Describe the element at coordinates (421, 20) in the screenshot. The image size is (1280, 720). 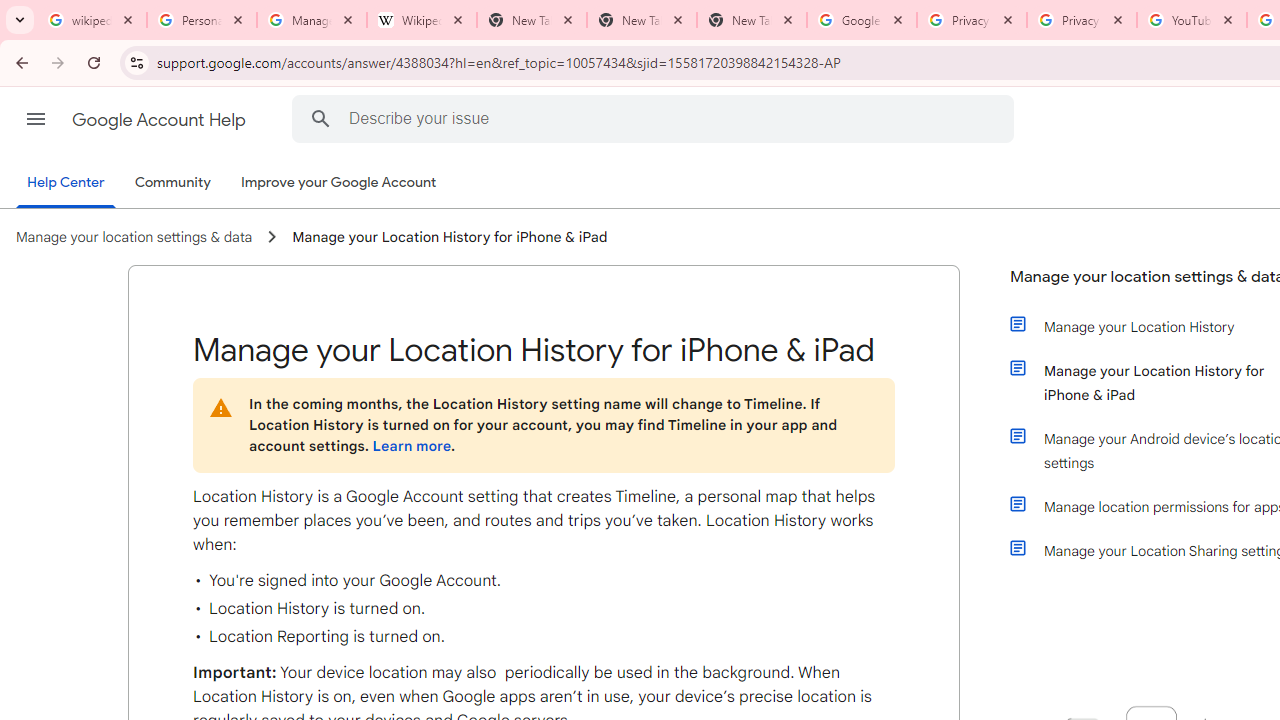
I see `'Wikipedia:Edit requests - Wikipedia'` at that location.